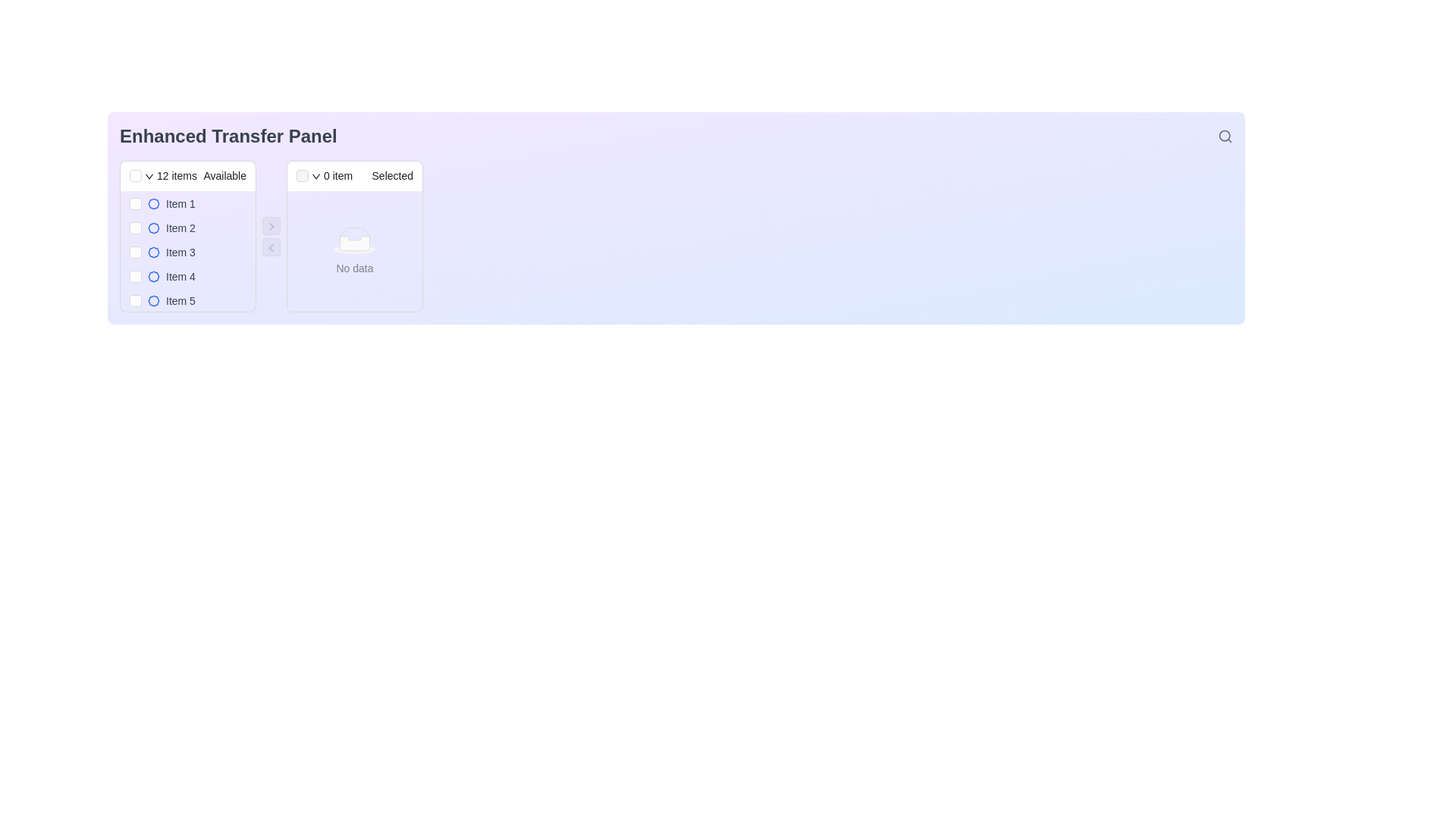  I want to click on the checkbox styled with the 'ant-checkbox-wrapper' class, which is positioned to the left of the 'Item 2' label in the 'Available' section of the 'Enhanced Transfer Panel', so click(135, 227).